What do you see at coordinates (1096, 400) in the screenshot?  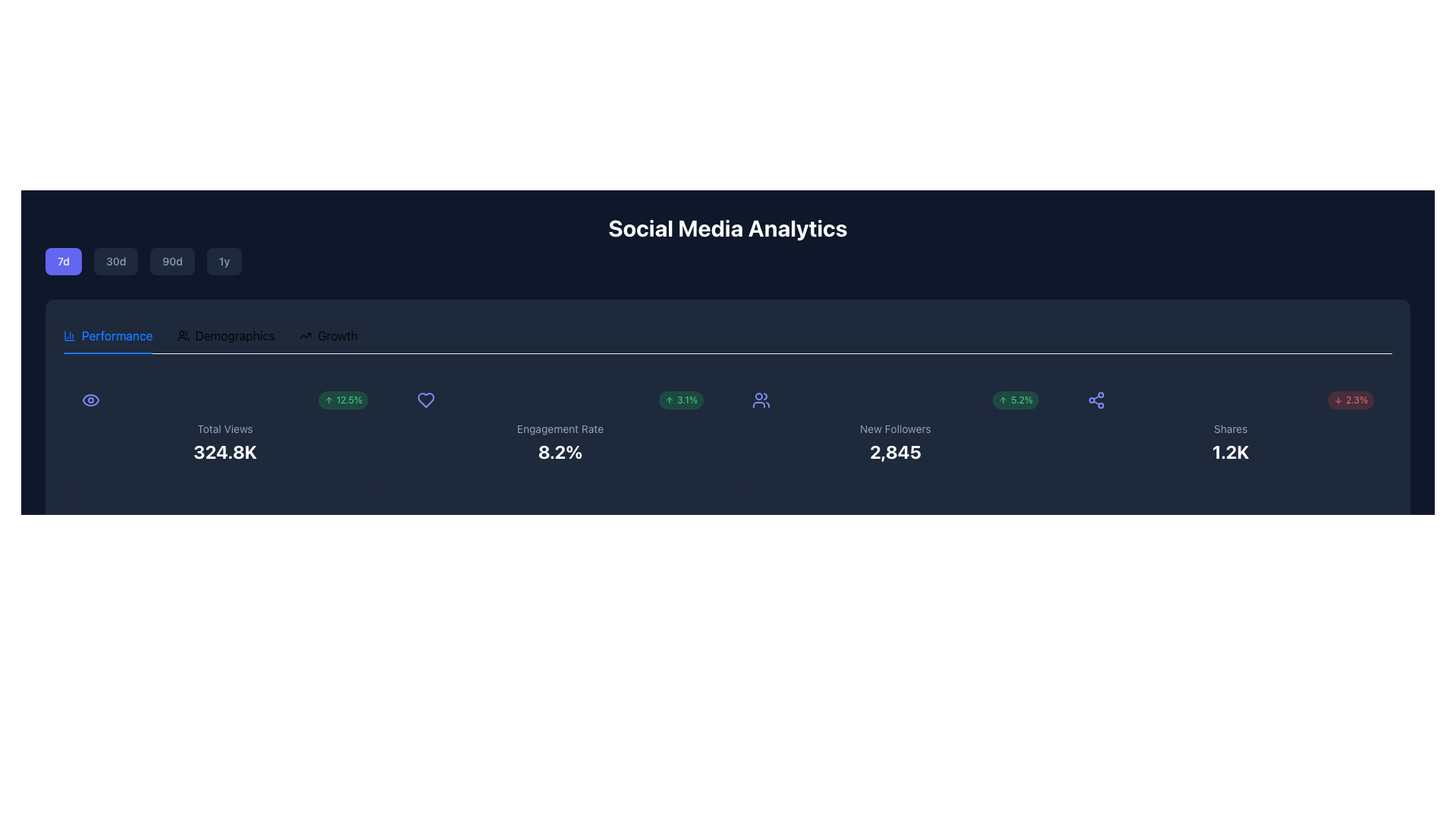 I see `the SVG graphic icon representing the sharing functionality located in the 'Shares' section of the analytics dashboard, positioned left of the '1.2K' text and below the 'Shares' label` at bounding box center [1096, 400].